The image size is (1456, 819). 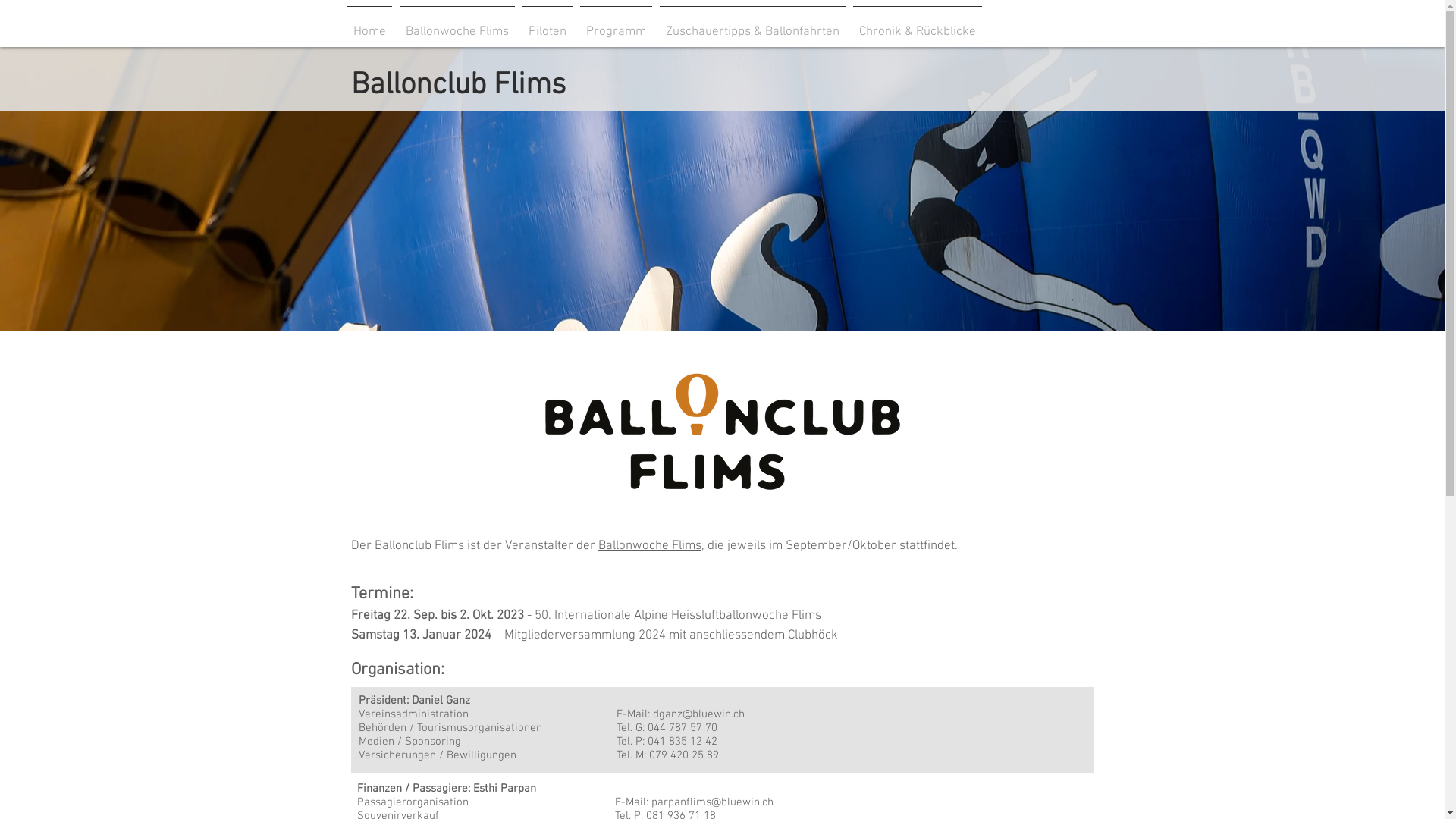 What do you see at coordinates (648, 546) in the screenshot?
I see `'Ballonwoche Flims'` at bounding box center [648, 546].